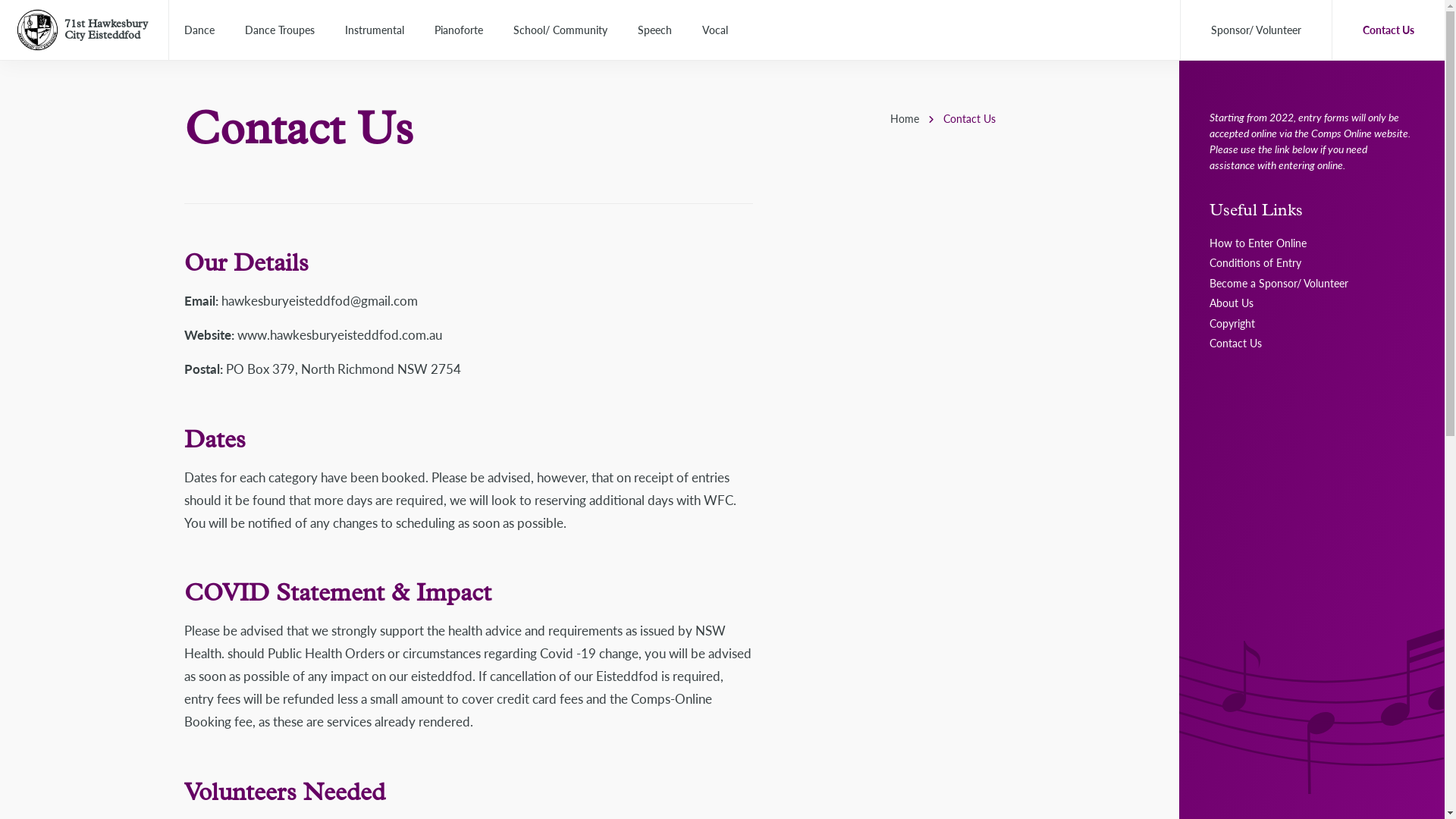  What do you see at coordinates (105, 29) in the screenshot?
I see `'71st Hawkesbury City Eisteddfod'` at bounding box center [105, 29].